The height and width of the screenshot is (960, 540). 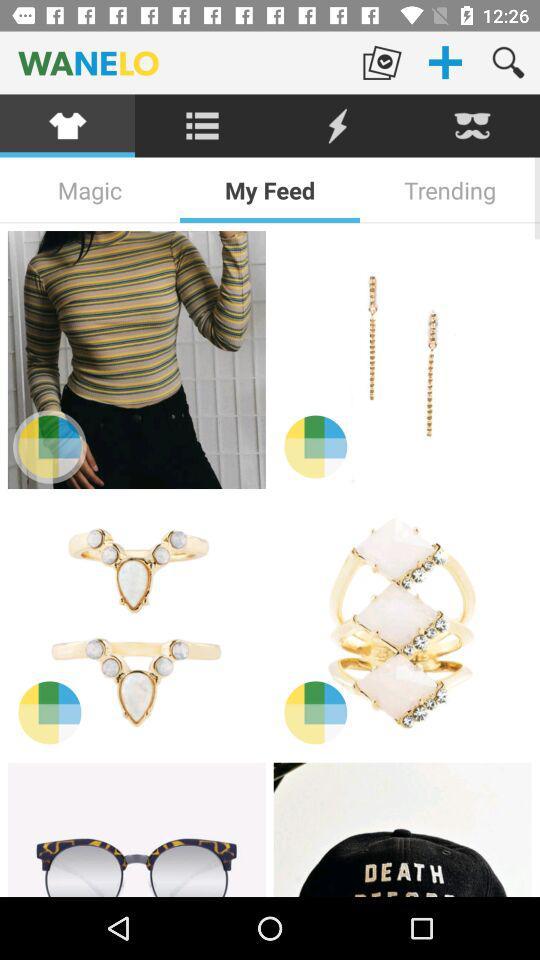 I want to click on pick the image, so click(x=135, y=624).